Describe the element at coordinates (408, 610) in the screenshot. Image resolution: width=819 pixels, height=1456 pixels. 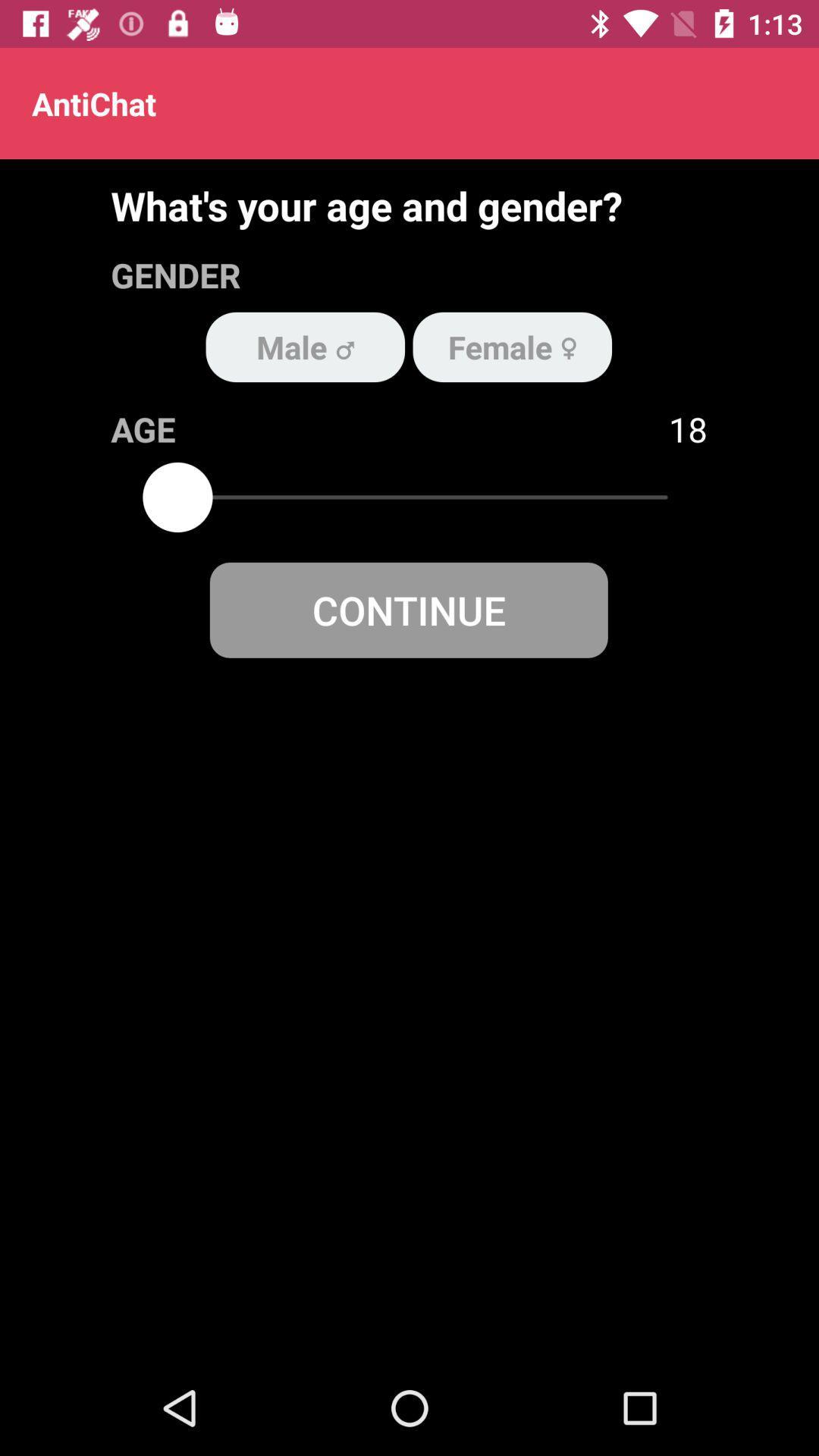
I see `the continue item` at that location.